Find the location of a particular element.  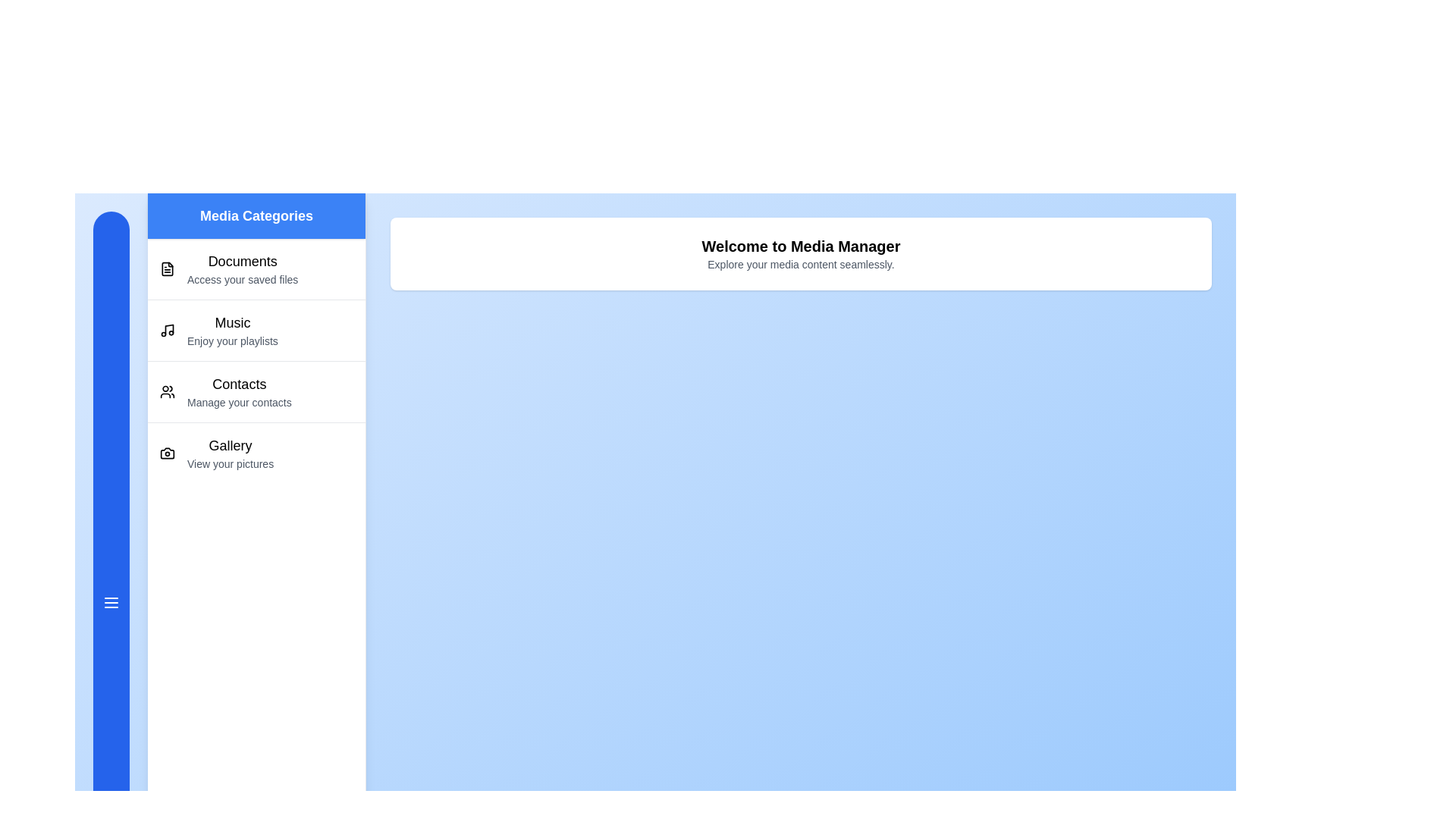

the category Music to explore its details is located at coordinates (256, 329).